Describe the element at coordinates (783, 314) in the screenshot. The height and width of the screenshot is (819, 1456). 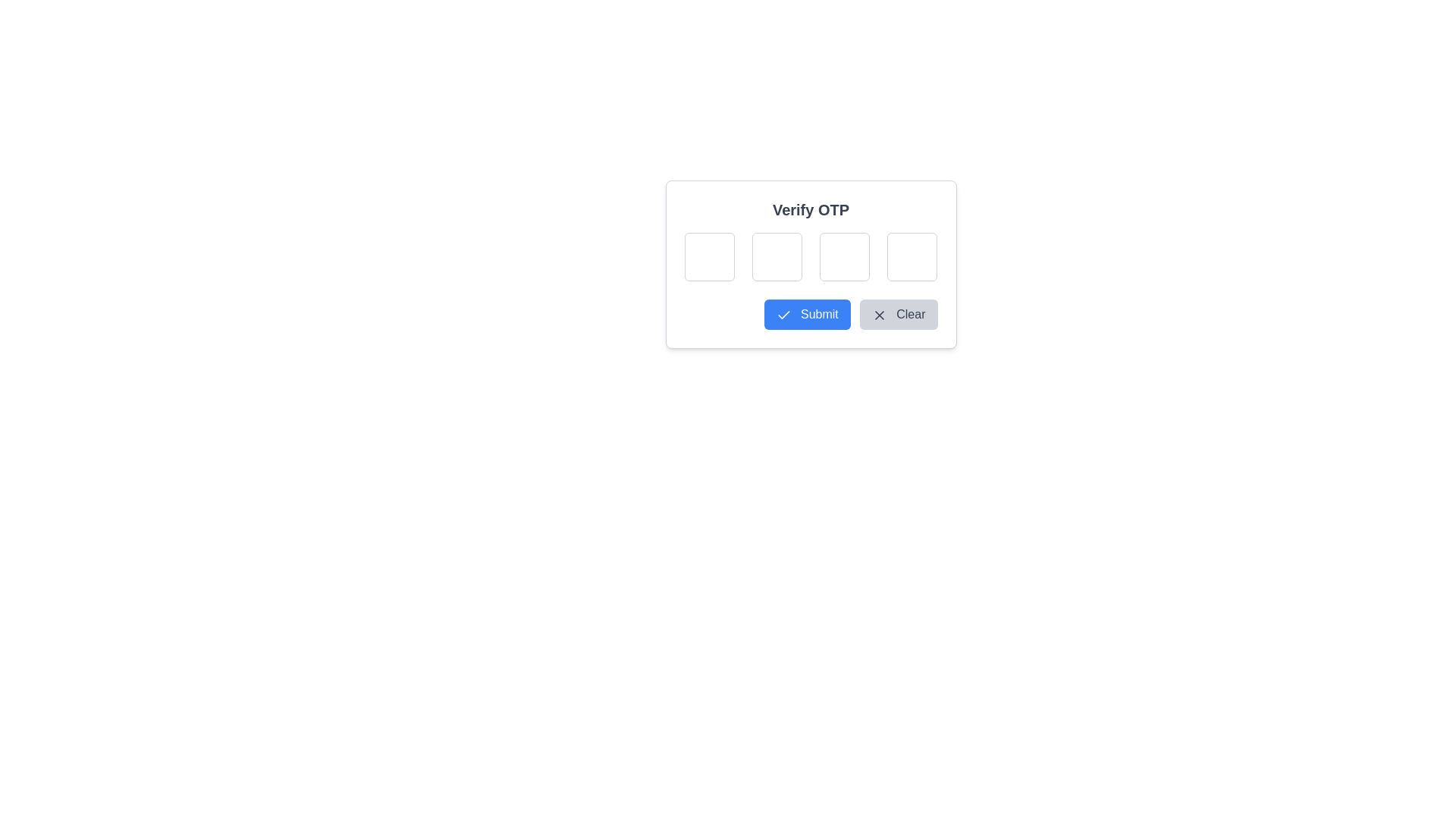
I see `the 'Submit' button which contains a check mark icon with a blue background and white stroke, positioned to the left of the text 'Submit'` at that location.